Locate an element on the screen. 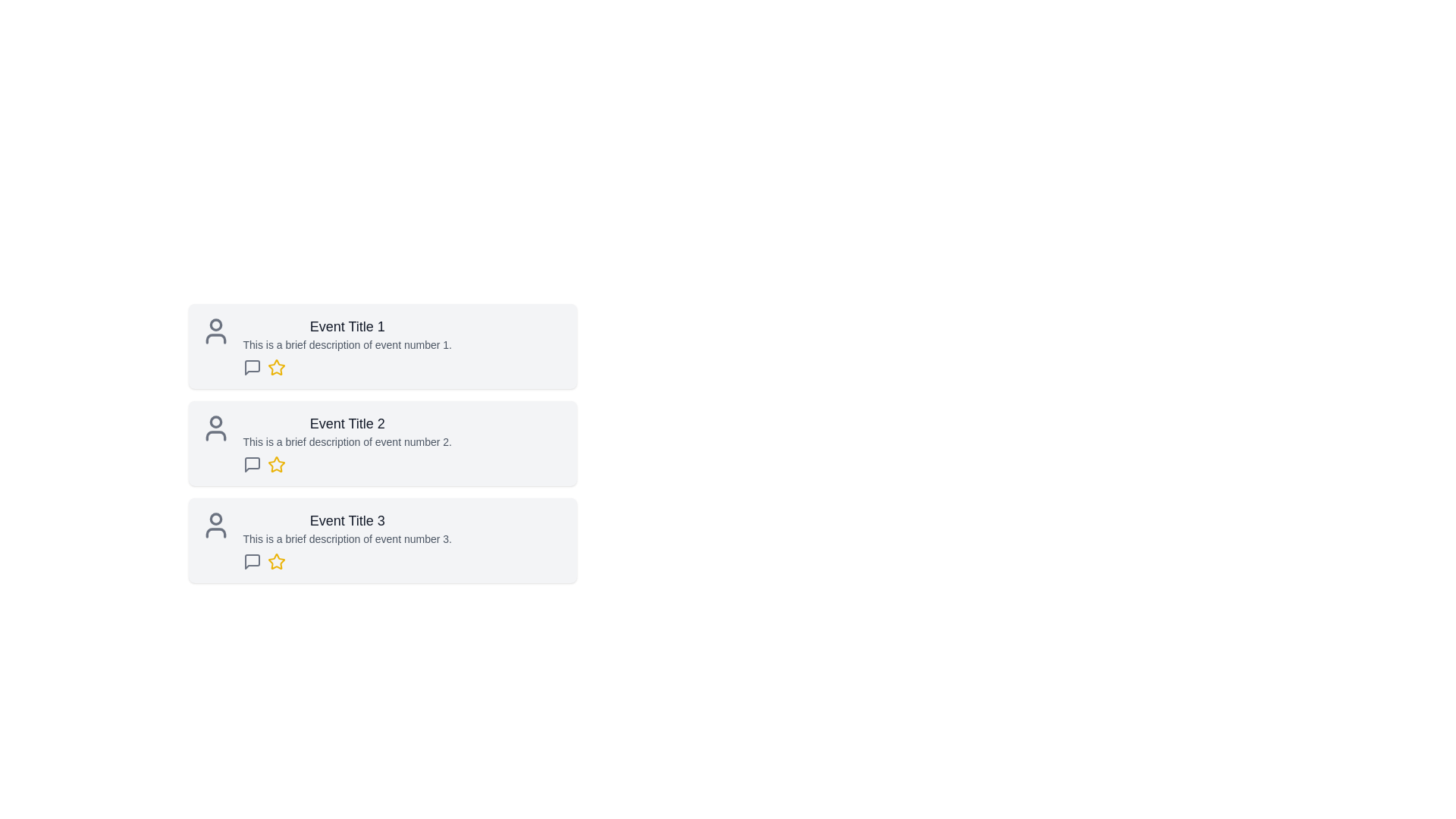 This screenshot has height=819, width=1456. the Avatar icon located at the top left corner of the 'Event Title 2' card, which provides contextual information about the event is located at coordinates (215, 428).